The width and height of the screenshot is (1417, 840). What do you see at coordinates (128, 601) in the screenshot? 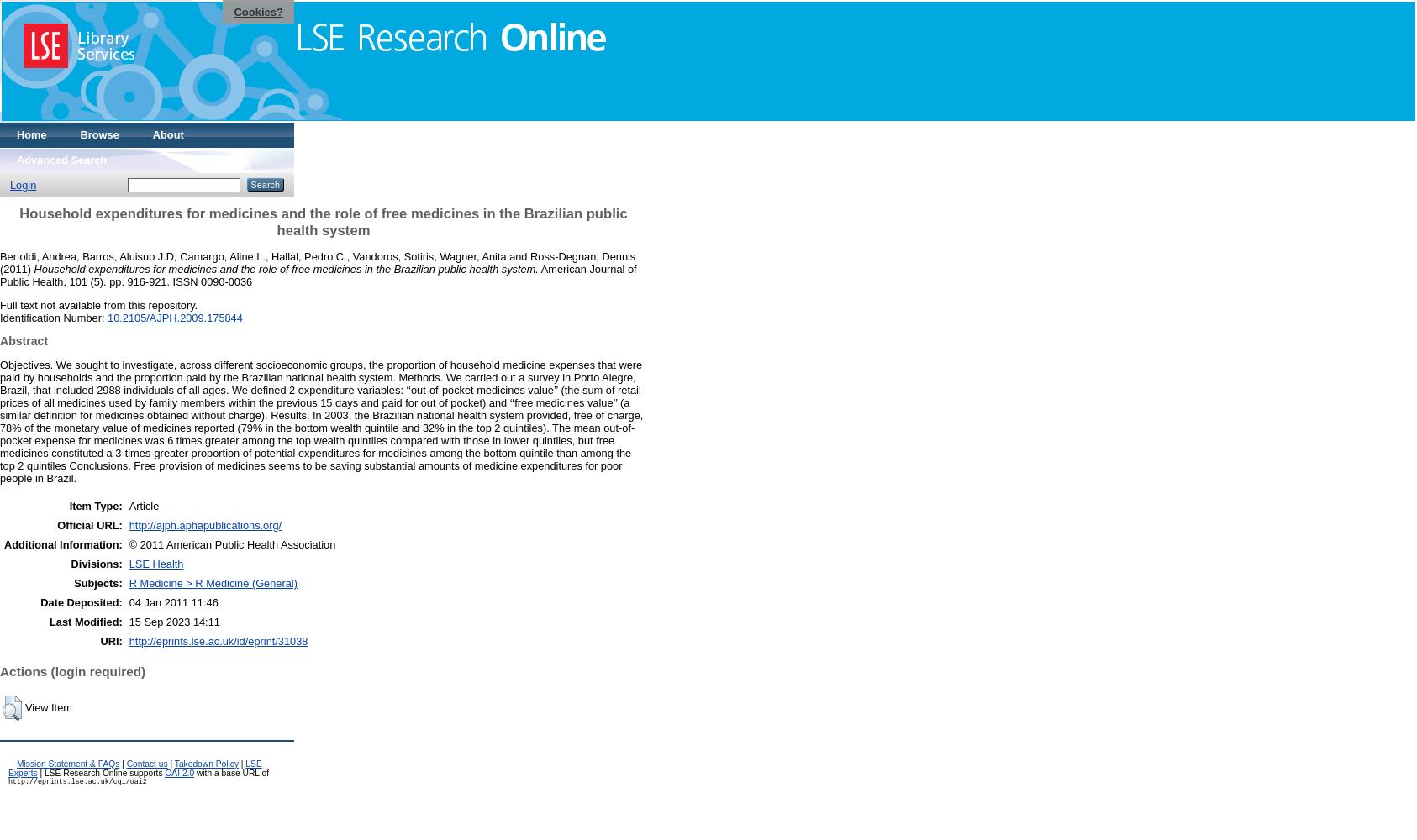
I see `'04 Jan 2011 11:46'` at bounding box center [128, 601].